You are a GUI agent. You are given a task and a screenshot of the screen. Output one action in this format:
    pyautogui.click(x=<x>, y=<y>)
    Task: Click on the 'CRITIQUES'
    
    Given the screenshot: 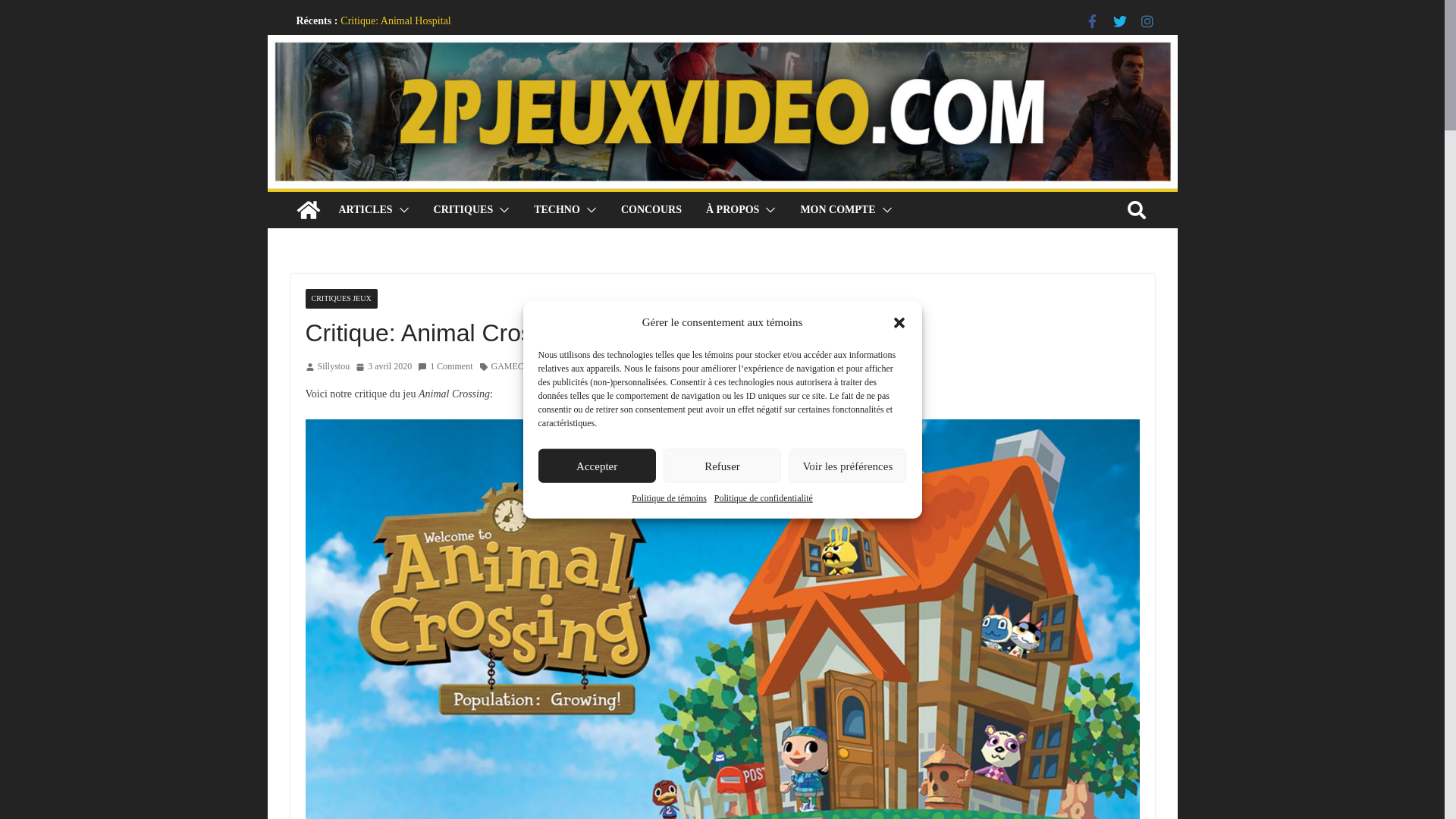 What is the action you would take?
    pyautogui.click(x=463, y=210)
    